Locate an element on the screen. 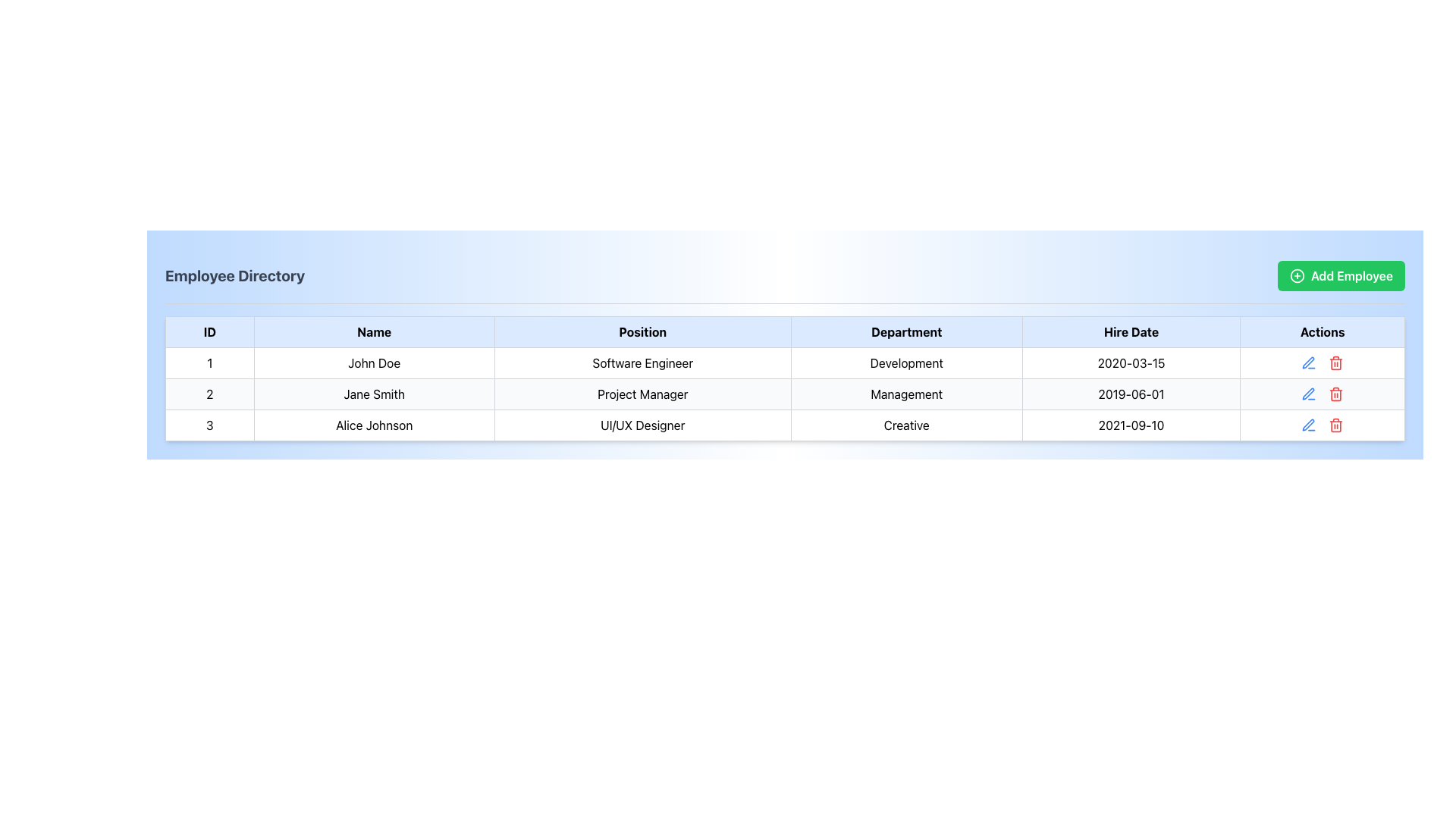  the 'Add Employee' button located in the top-right corner of the 'Employee Directory' section to observe hover effects indicating interactivity is located at coordinates (1341, 275).